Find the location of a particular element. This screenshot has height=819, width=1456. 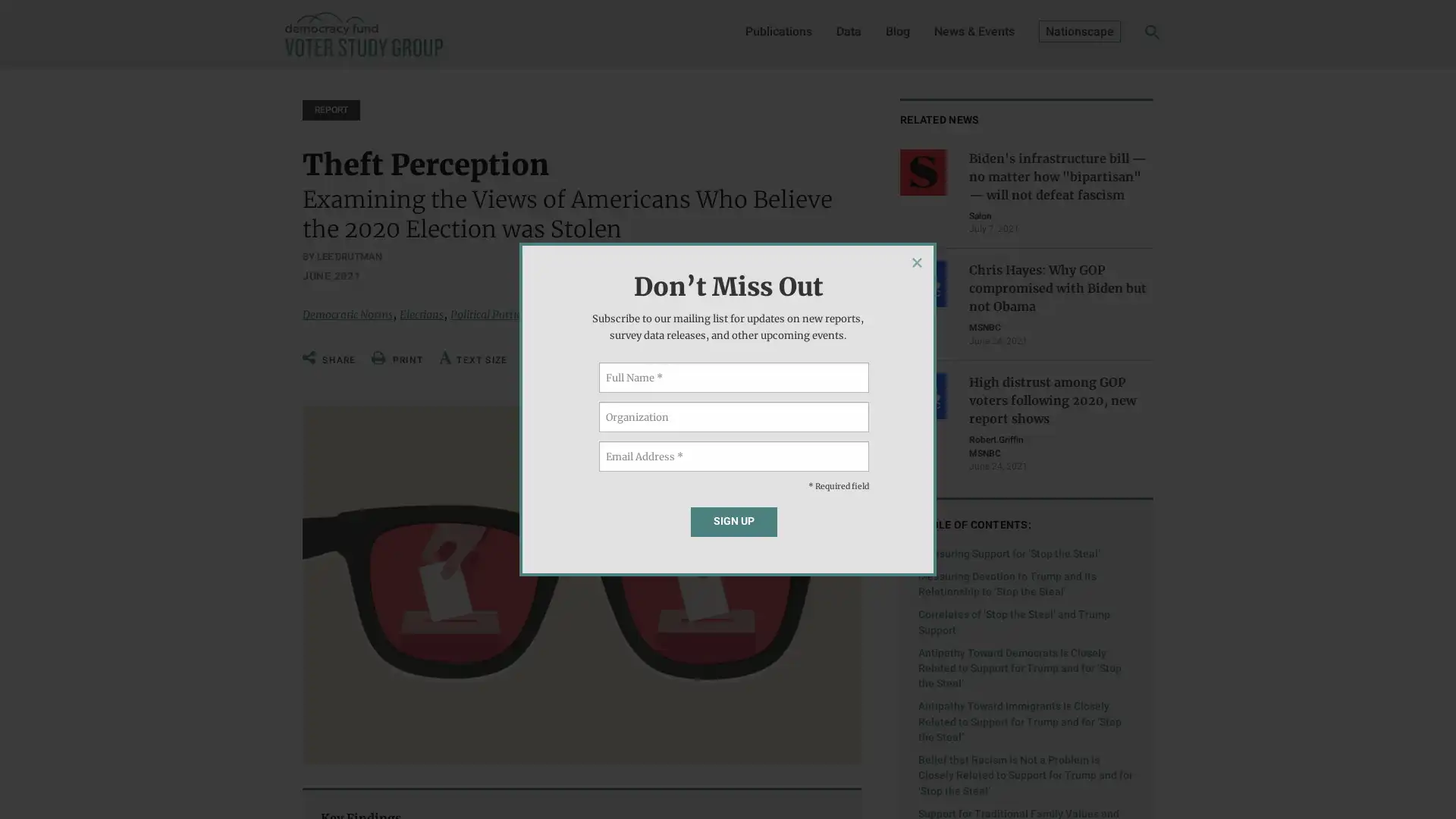

SEARCH is located at coordinates (1128, 35).